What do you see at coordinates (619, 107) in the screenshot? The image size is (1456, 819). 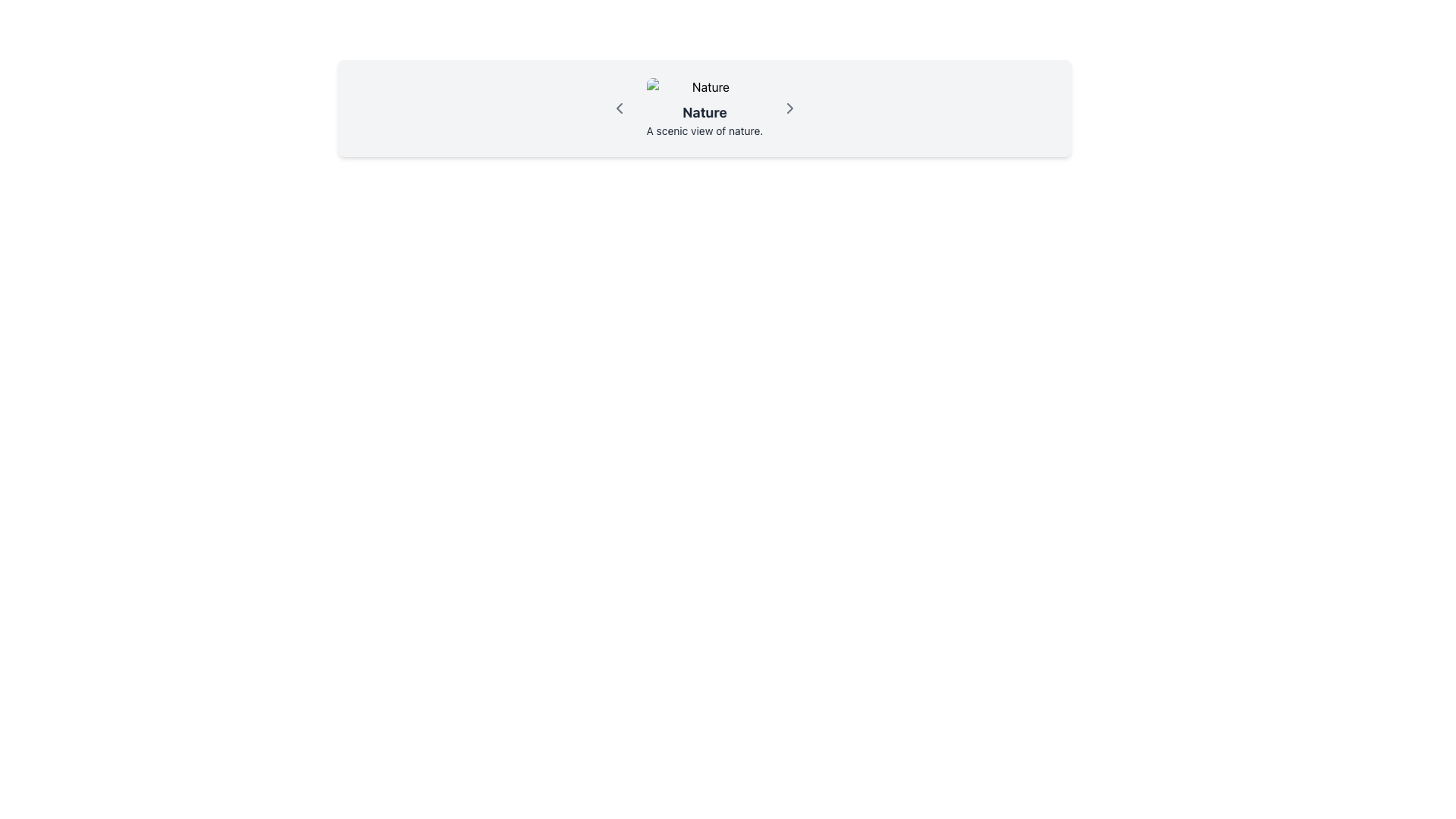 I see `the left chevron icon in the 'Nature' section` at bounding box center [619, 107].